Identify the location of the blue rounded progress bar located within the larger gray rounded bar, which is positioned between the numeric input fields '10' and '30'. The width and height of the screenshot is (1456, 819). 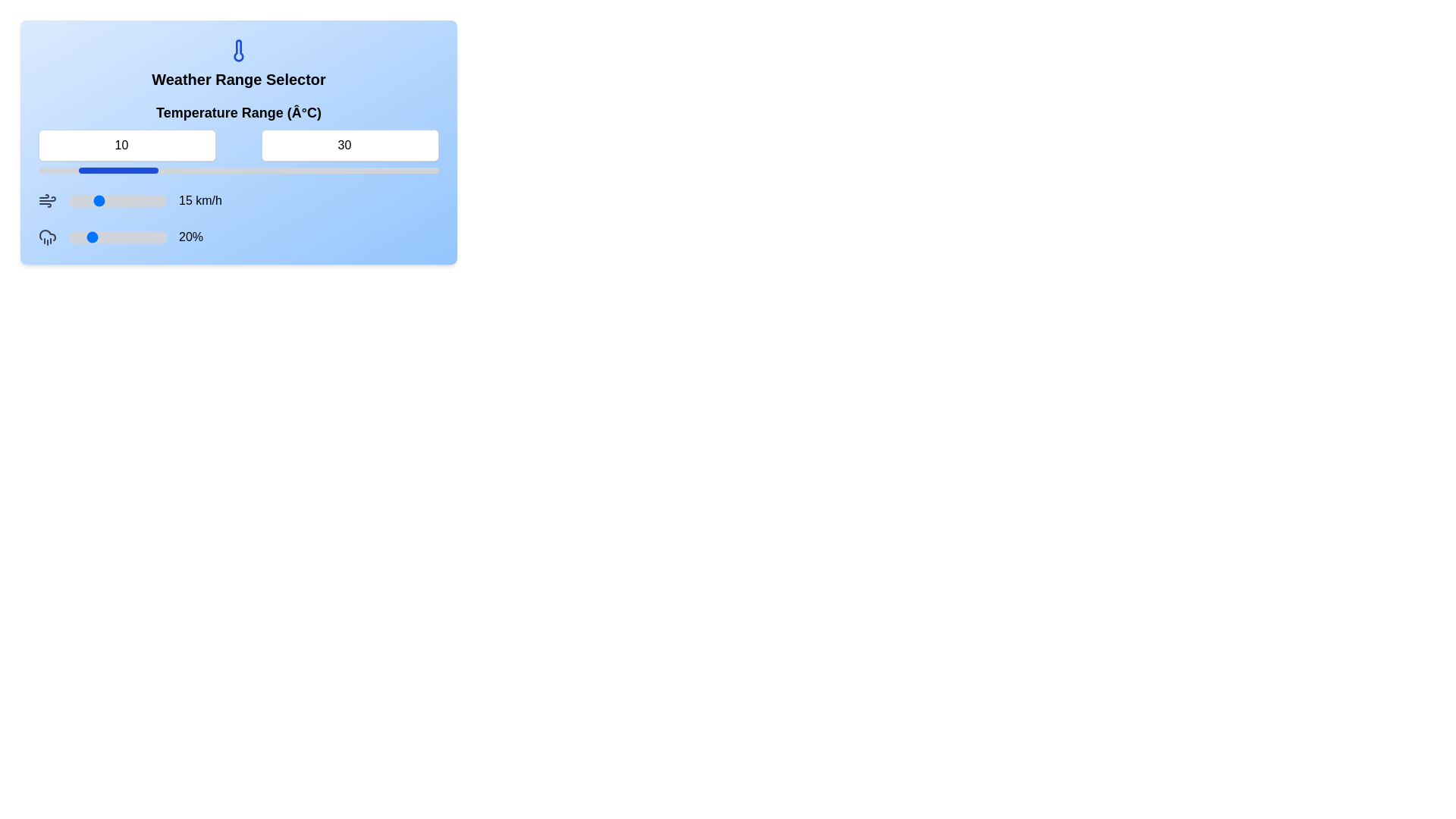
(118, 170).